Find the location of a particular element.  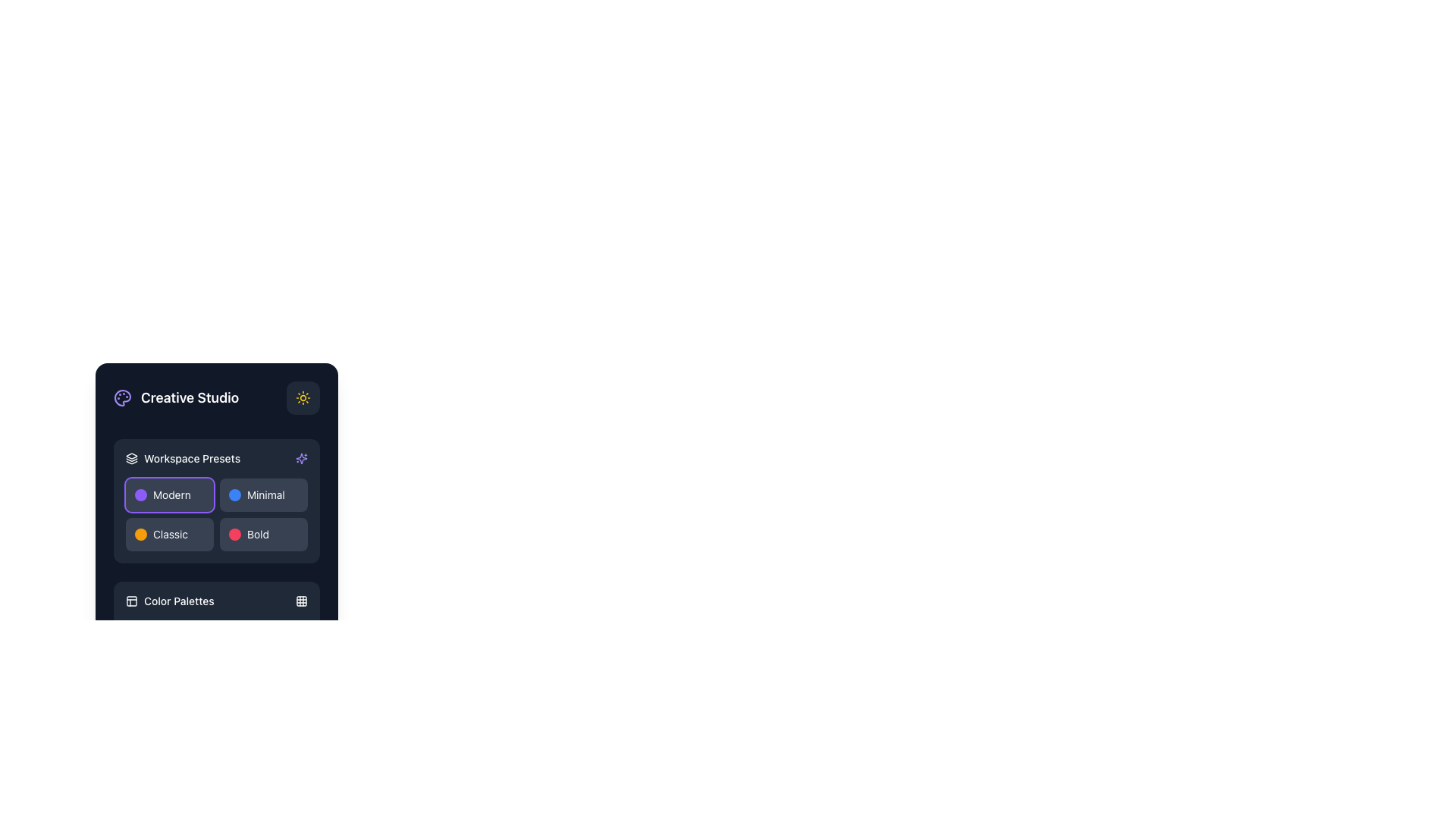

the 'Classic' button, which is a rectangular button with a dark gray background and rounded corners, displaying the word 'Classic' in bold white text, located in the bottom-left corner of the grid under the 'Workspace Presets' section is located at coordinates (170, 534).